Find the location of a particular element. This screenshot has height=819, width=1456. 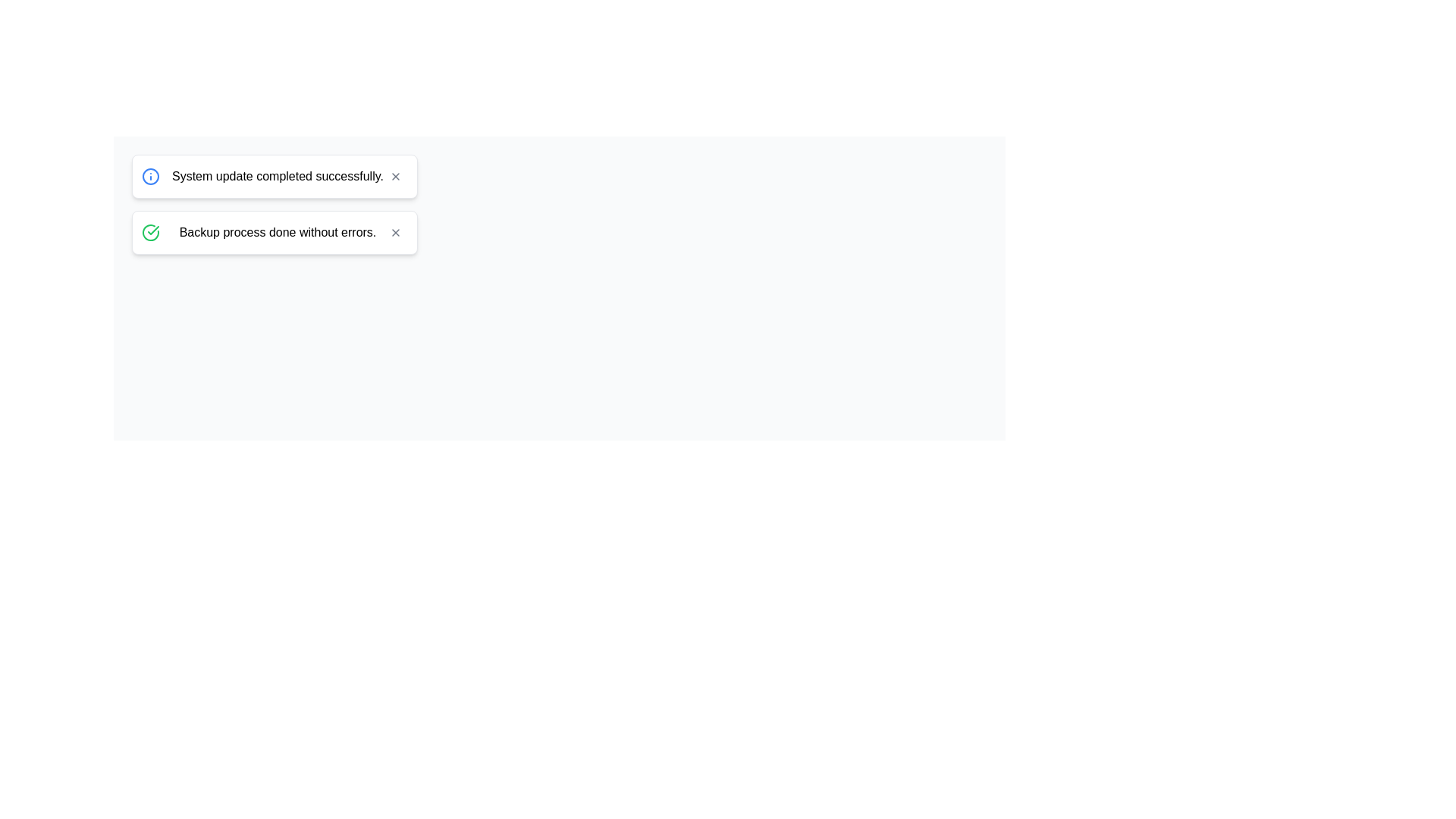

the leftmost icon in the notification card that indicates a status notification for 'System update completed successfully' is located at coordinates (150, 175).